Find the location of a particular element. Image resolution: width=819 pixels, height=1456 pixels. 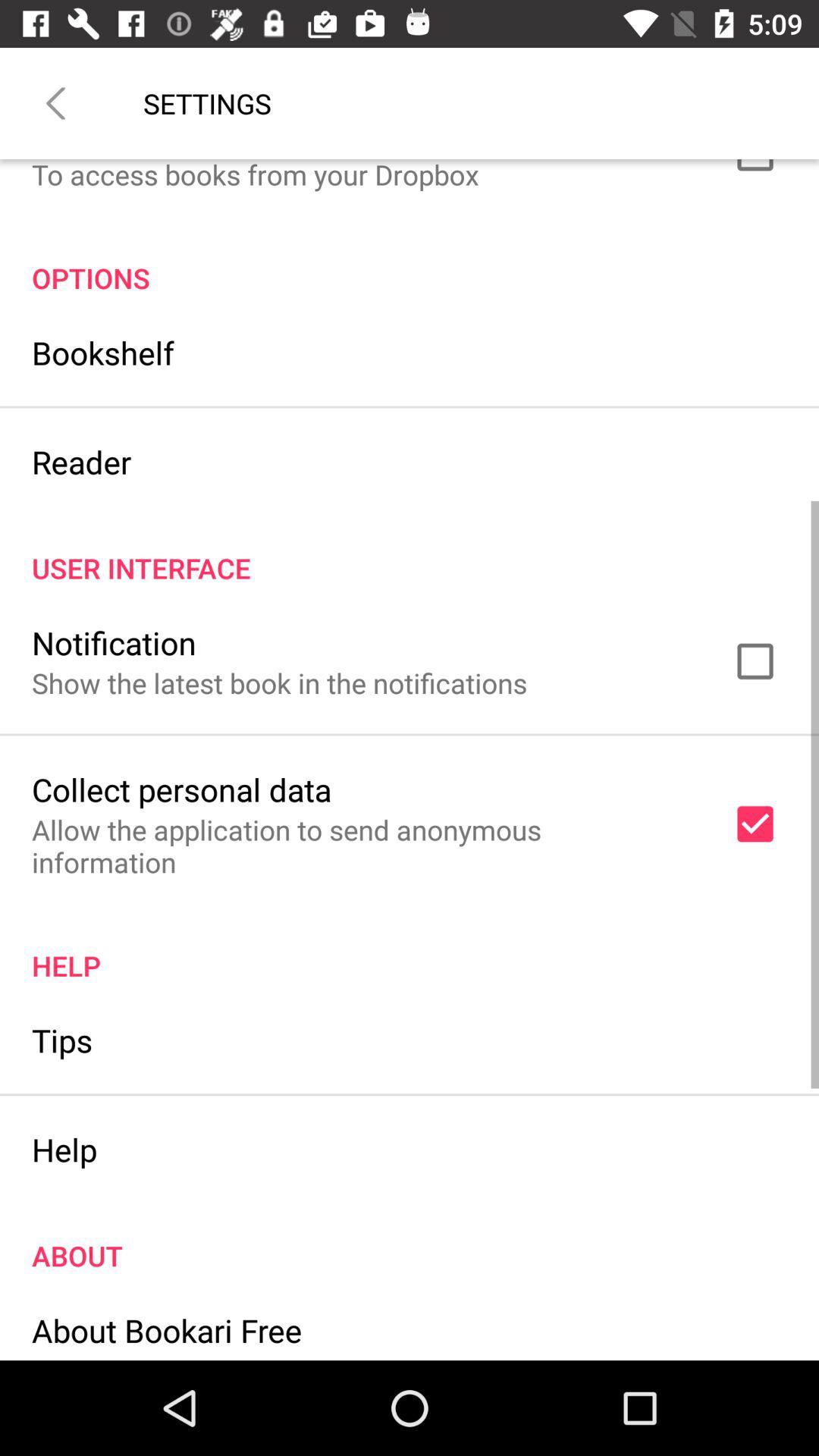

go back is located at coordinates (55, 102).